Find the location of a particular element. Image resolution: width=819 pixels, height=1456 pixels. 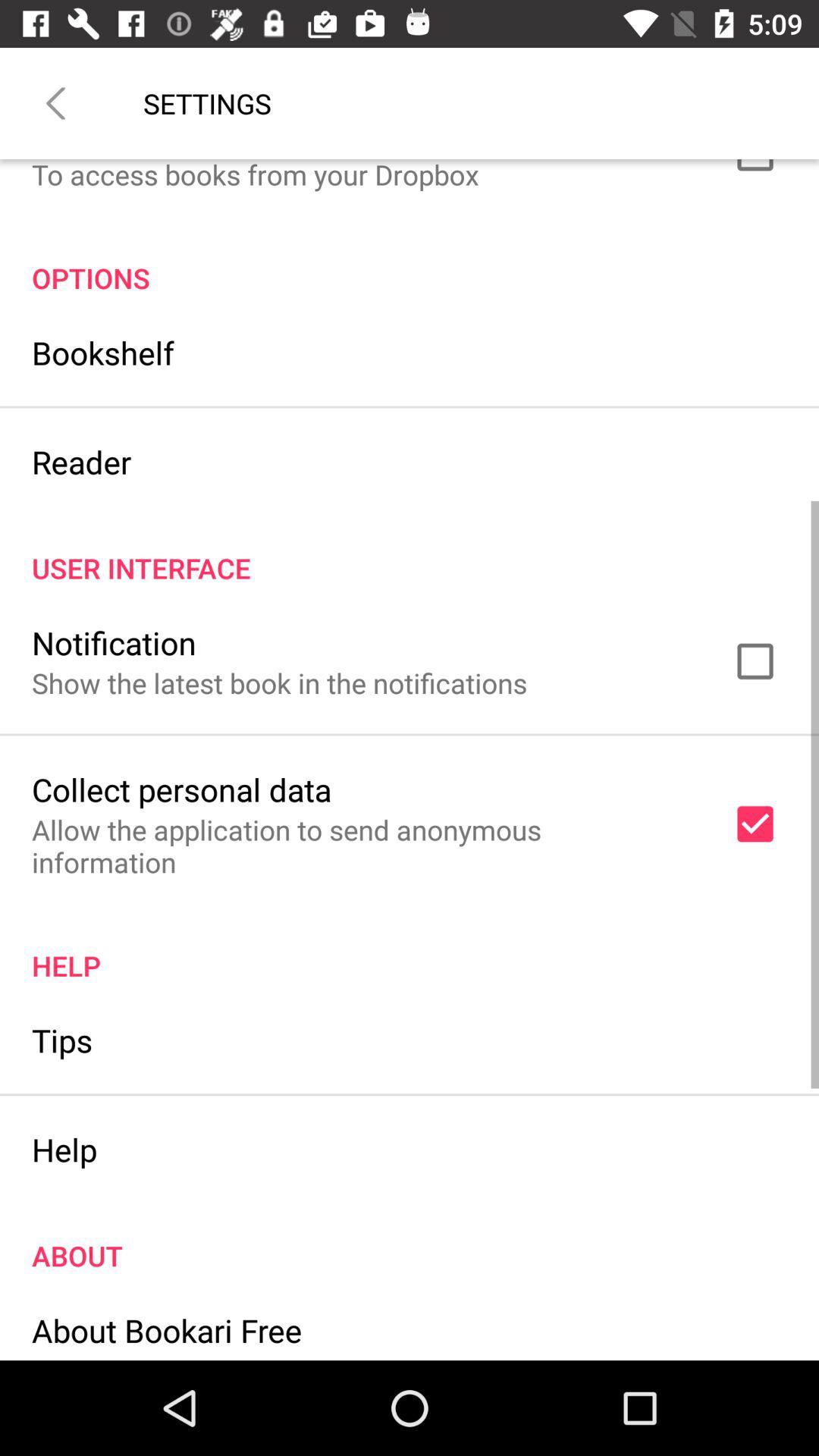

go back is located at coordinates (55, 102).